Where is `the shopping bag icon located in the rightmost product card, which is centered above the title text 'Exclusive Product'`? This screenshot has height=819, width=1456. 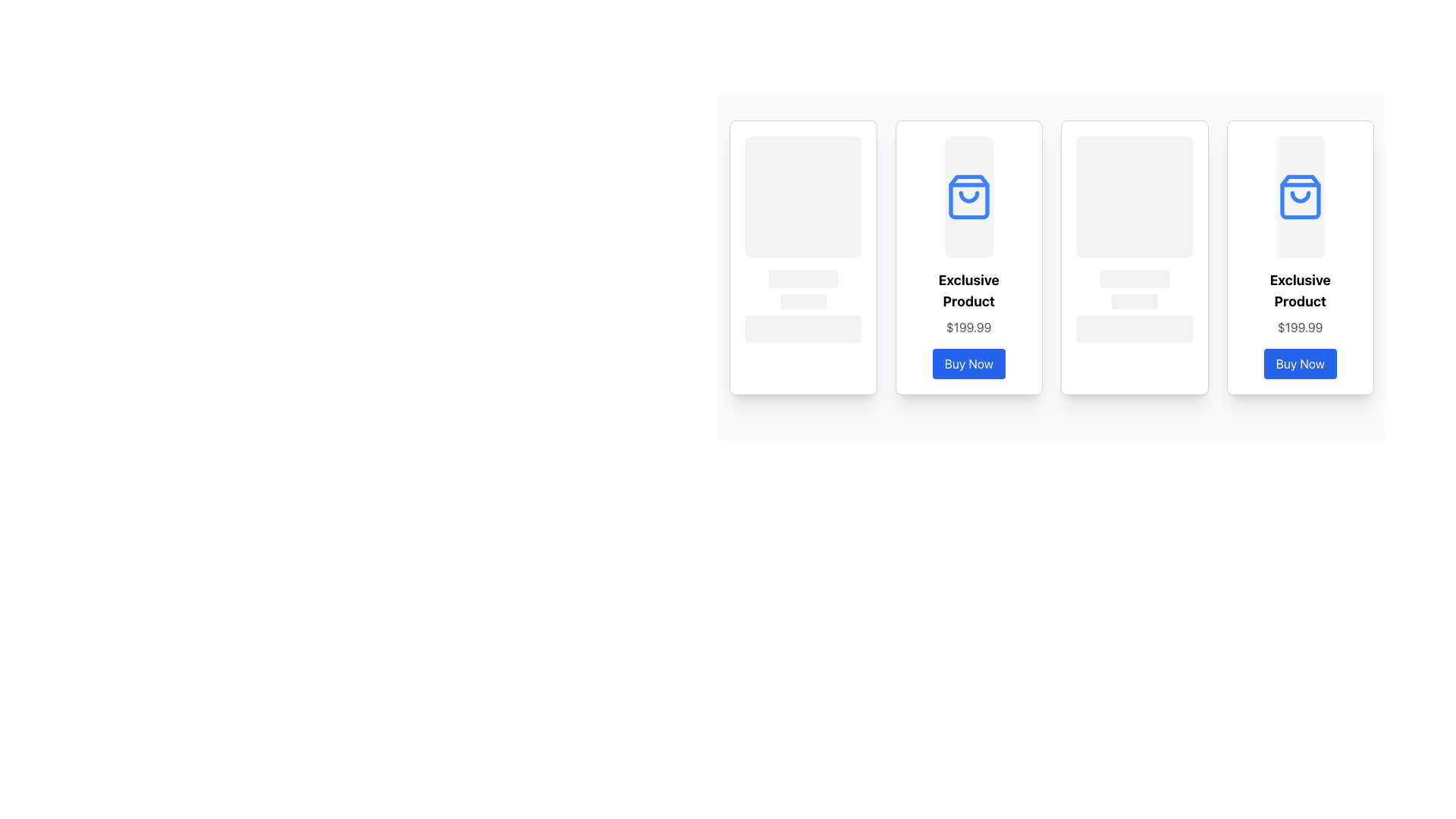 the shopping bag icon located in the rightmost product card, which is centered above the title text 'Exclusive Product' is located at coordinates (1299, 196).